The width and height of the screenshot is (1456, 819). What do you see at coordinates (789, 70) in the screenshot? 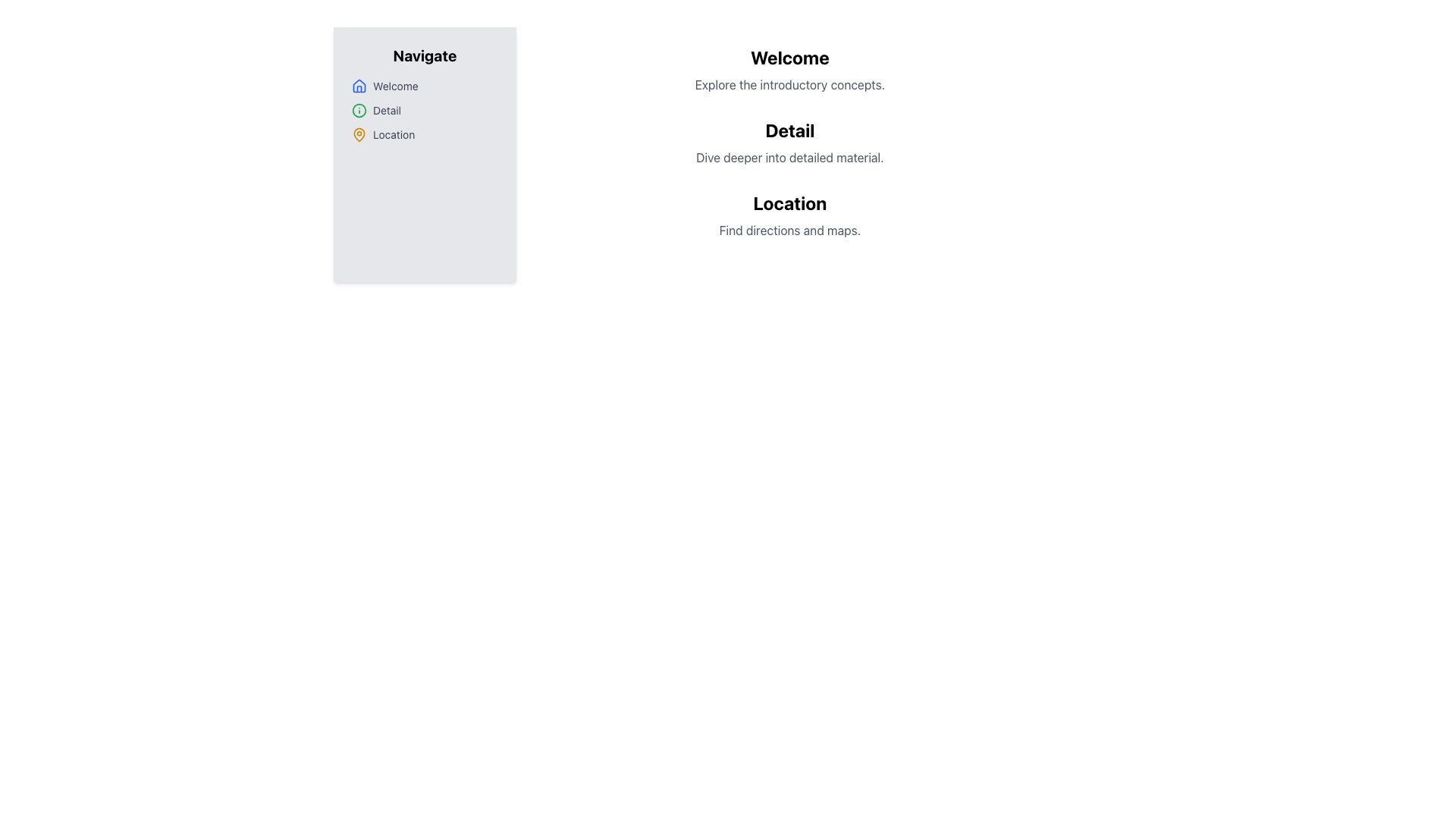
I see `the text element that serves as a section title and brief description for an introductory topic, located at the top of the vertical layout` at bounding box center [789, 70].